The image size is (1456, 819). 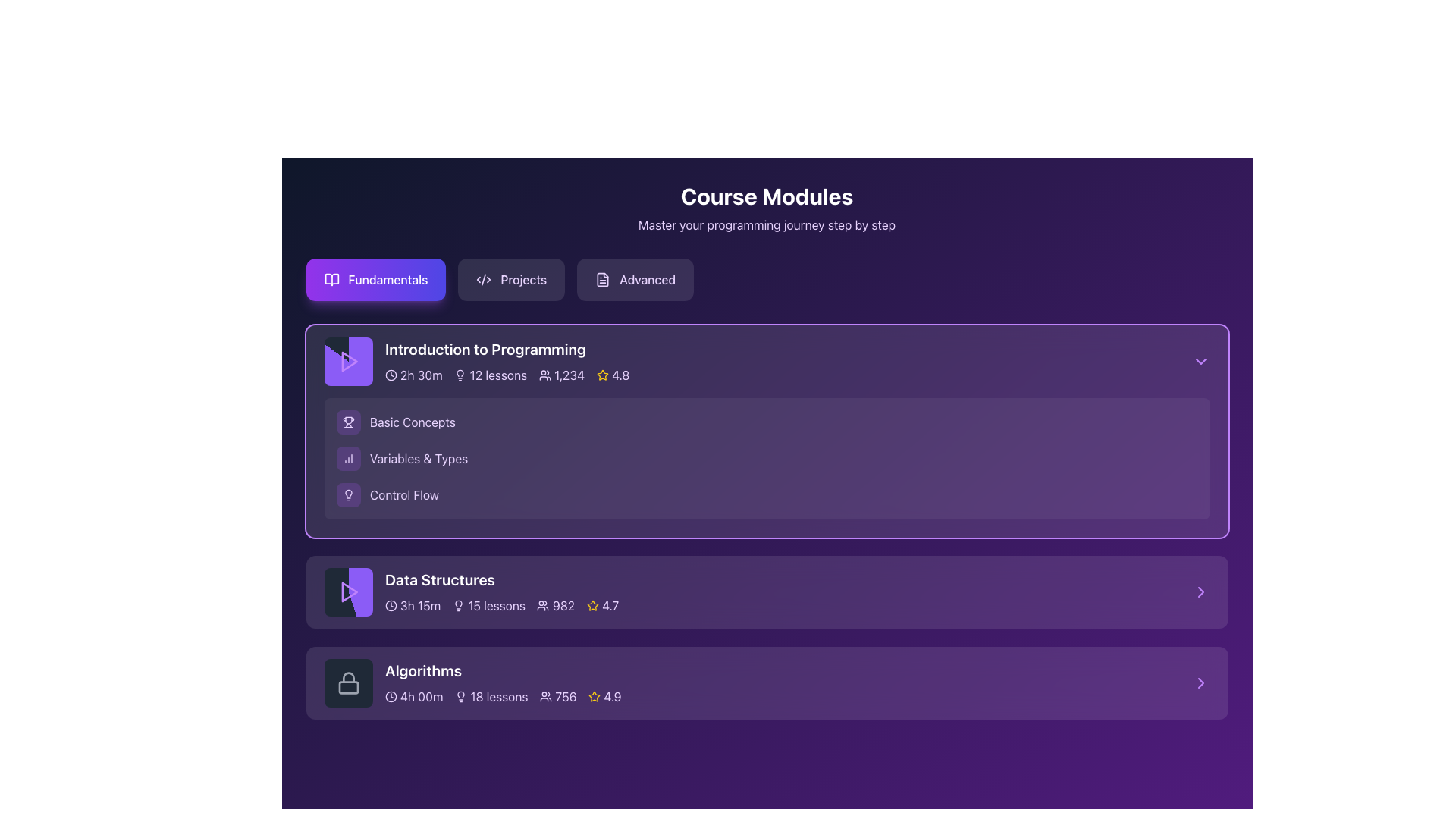 What do you see at coordinates (391, 375) in the screenshot?
I see `the circular clock icon that is styled with a minimalistic design, located to the left of the text '2h 30m' in the course card for 'Introduction to Programming'` at bounding box center [391, 375].